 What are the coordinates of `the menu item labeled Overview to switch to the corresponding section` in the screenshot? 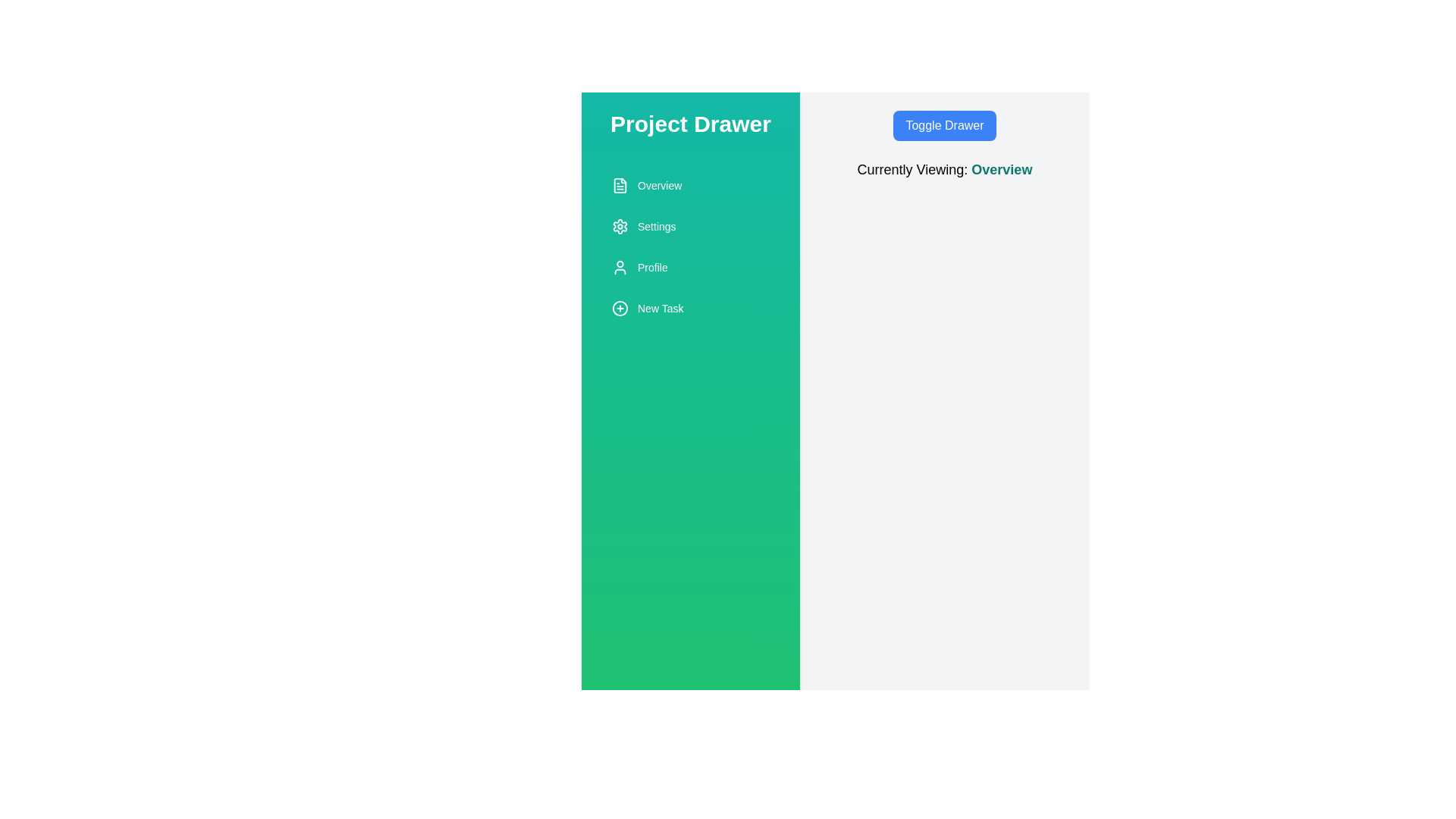 It's located at (690, 185).